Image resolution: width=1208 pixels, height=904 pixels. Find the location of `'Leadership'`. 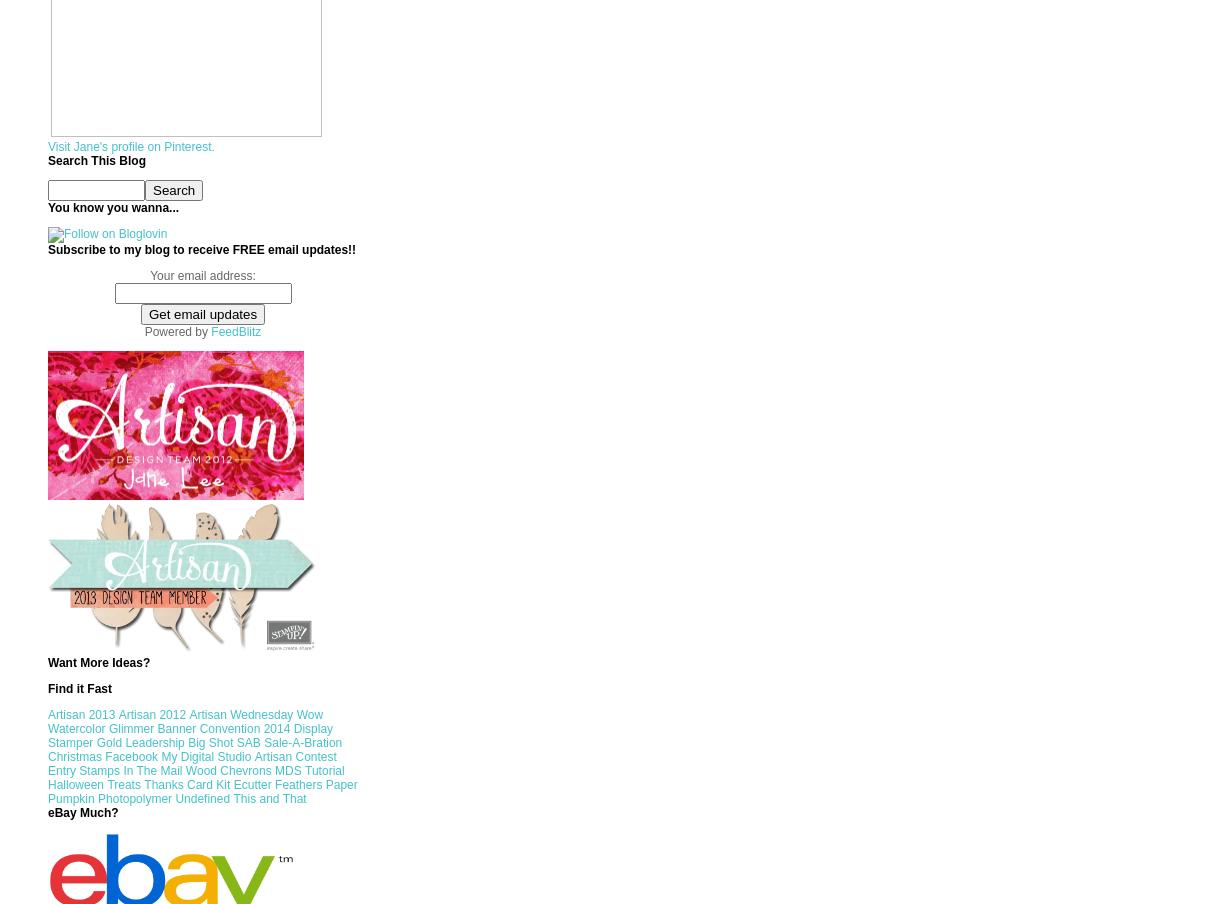

'Leadership' is located at coordinates (124, 742).